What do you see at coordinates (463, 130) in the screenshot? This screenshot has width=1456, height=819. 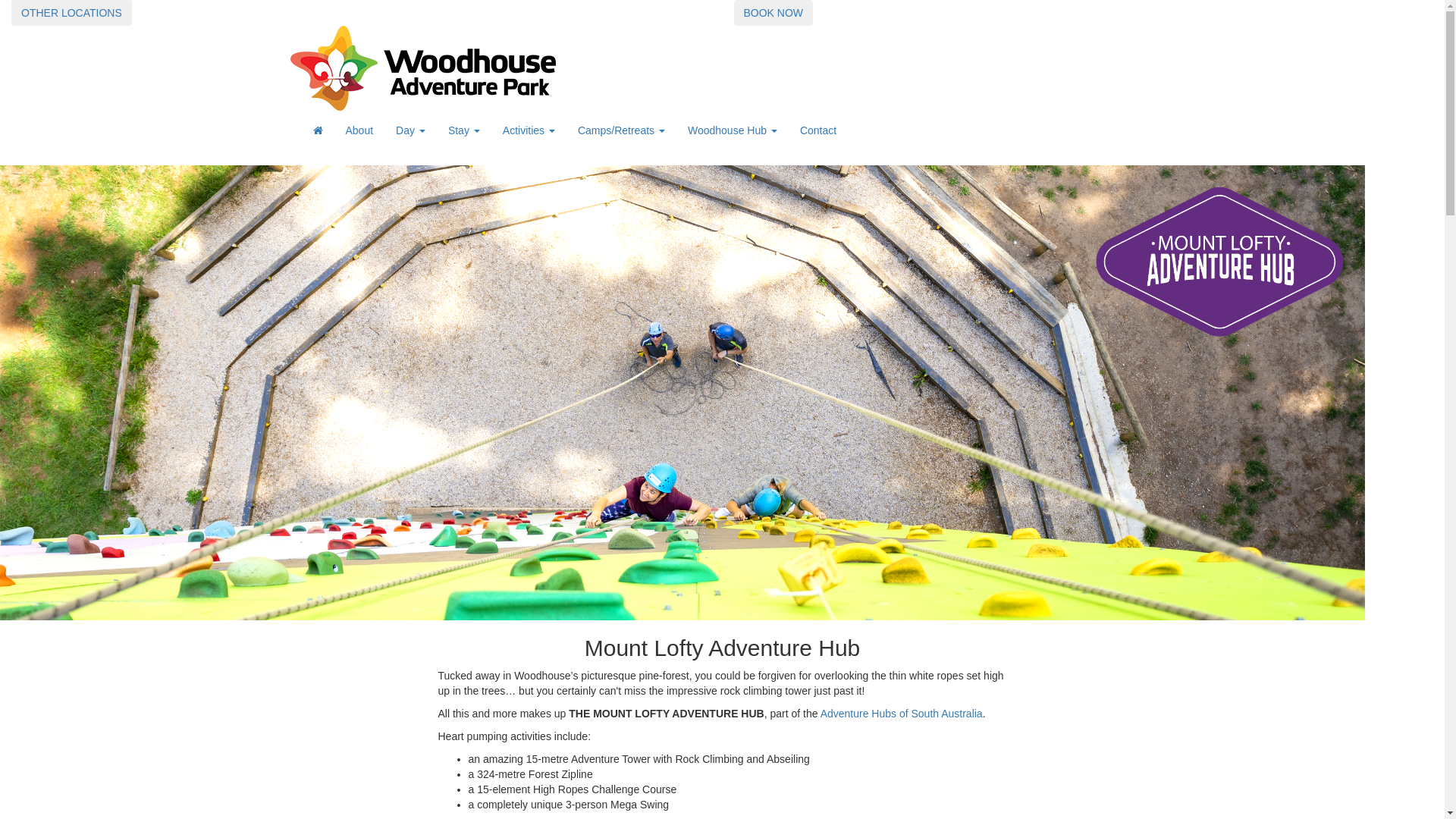 I see `'Stay'` at bounding box center [463, 130].